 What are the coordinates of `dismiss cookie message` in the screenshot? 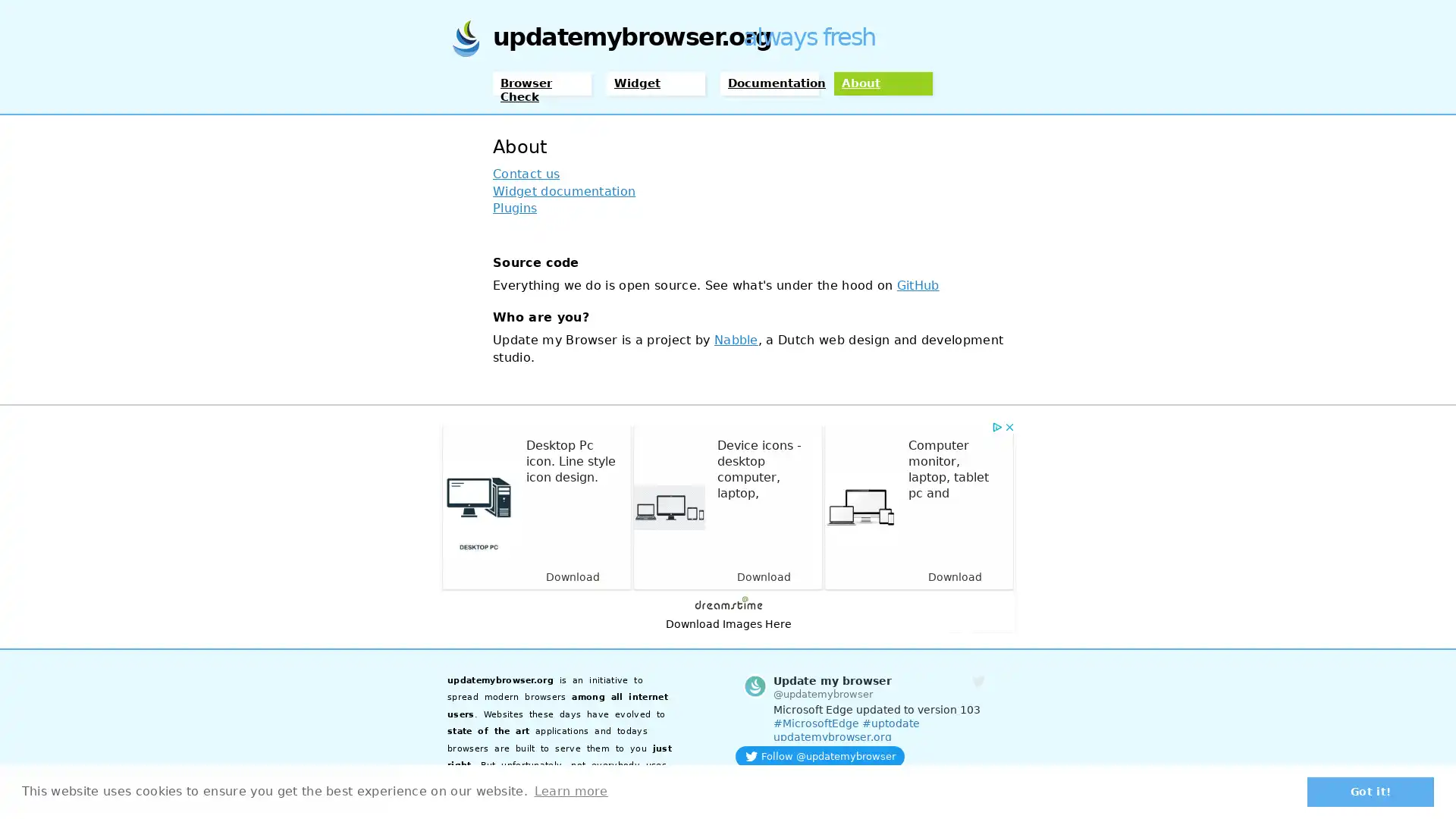 It's located at (1370, 791).